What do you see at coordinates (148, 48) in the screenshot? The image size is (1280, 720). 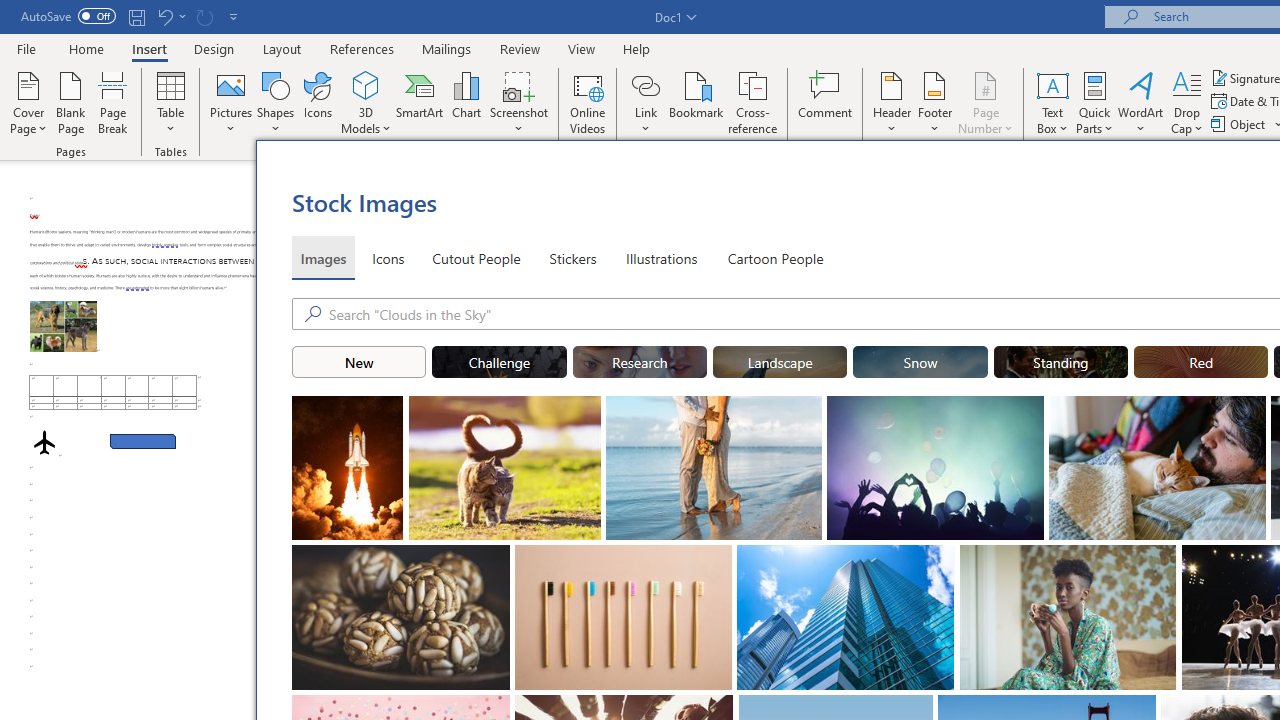 I see `'Insert'` at bounding box center [148, 48].